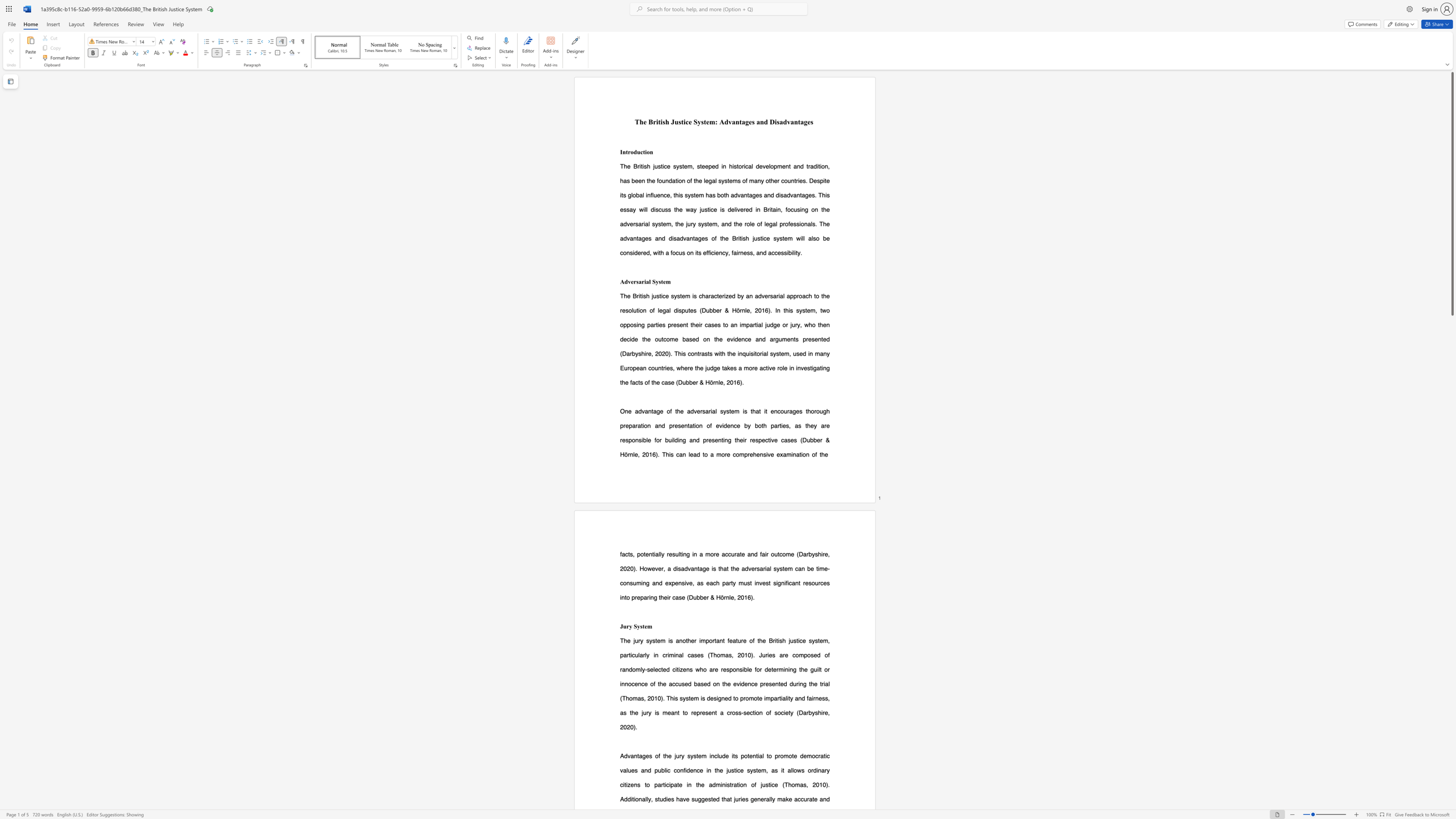 This screenshot has width=1456, height=819. Describe the element at coordinates (1451, 466) in the screenshot. I see `the vertical scrollbar to lower the page content` at that location.